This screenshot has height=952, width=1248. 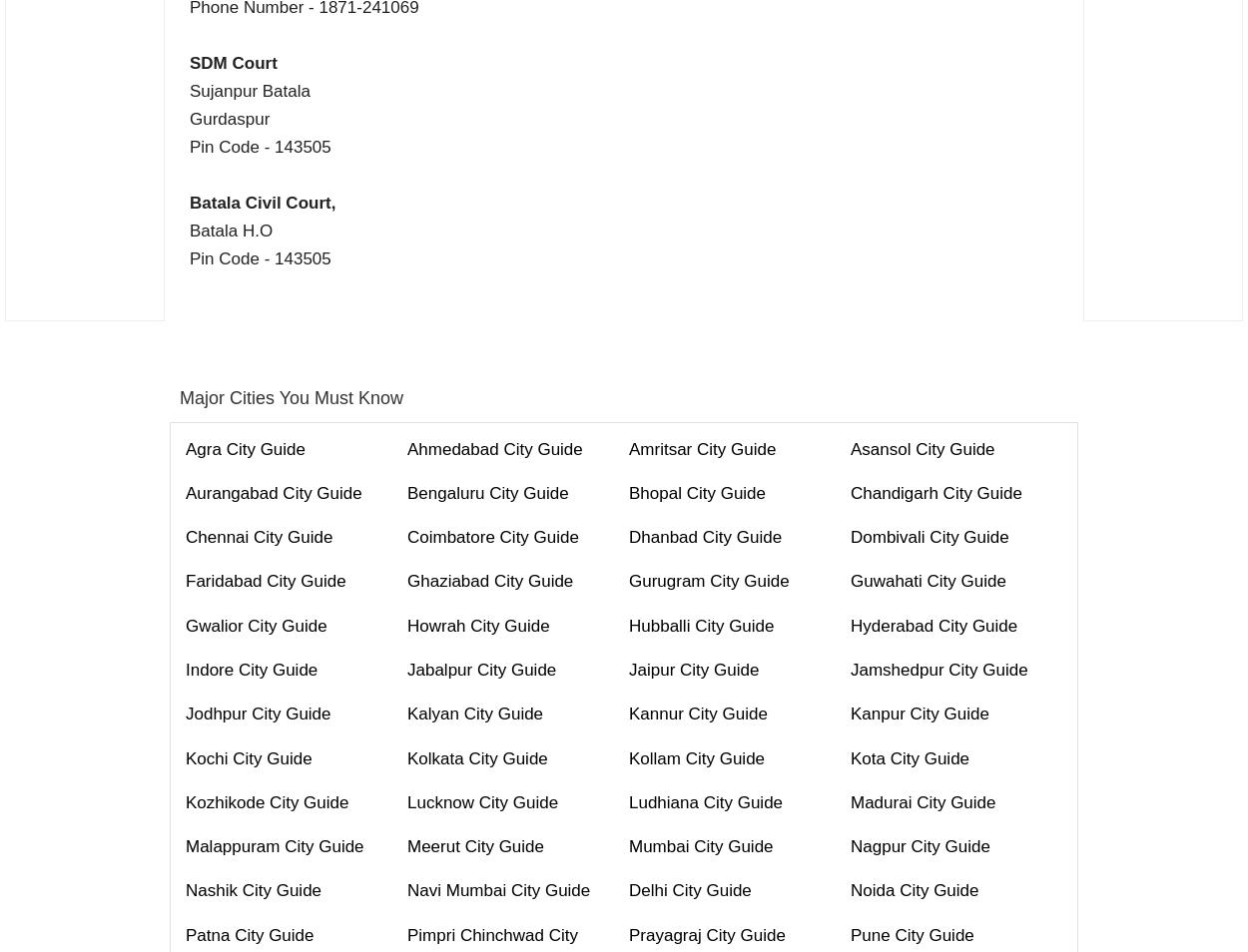 What do you see at coordinates (700, 624) in the screenshot?
I see `'Hubballi City Guide'` at bounding box center [700, 624].